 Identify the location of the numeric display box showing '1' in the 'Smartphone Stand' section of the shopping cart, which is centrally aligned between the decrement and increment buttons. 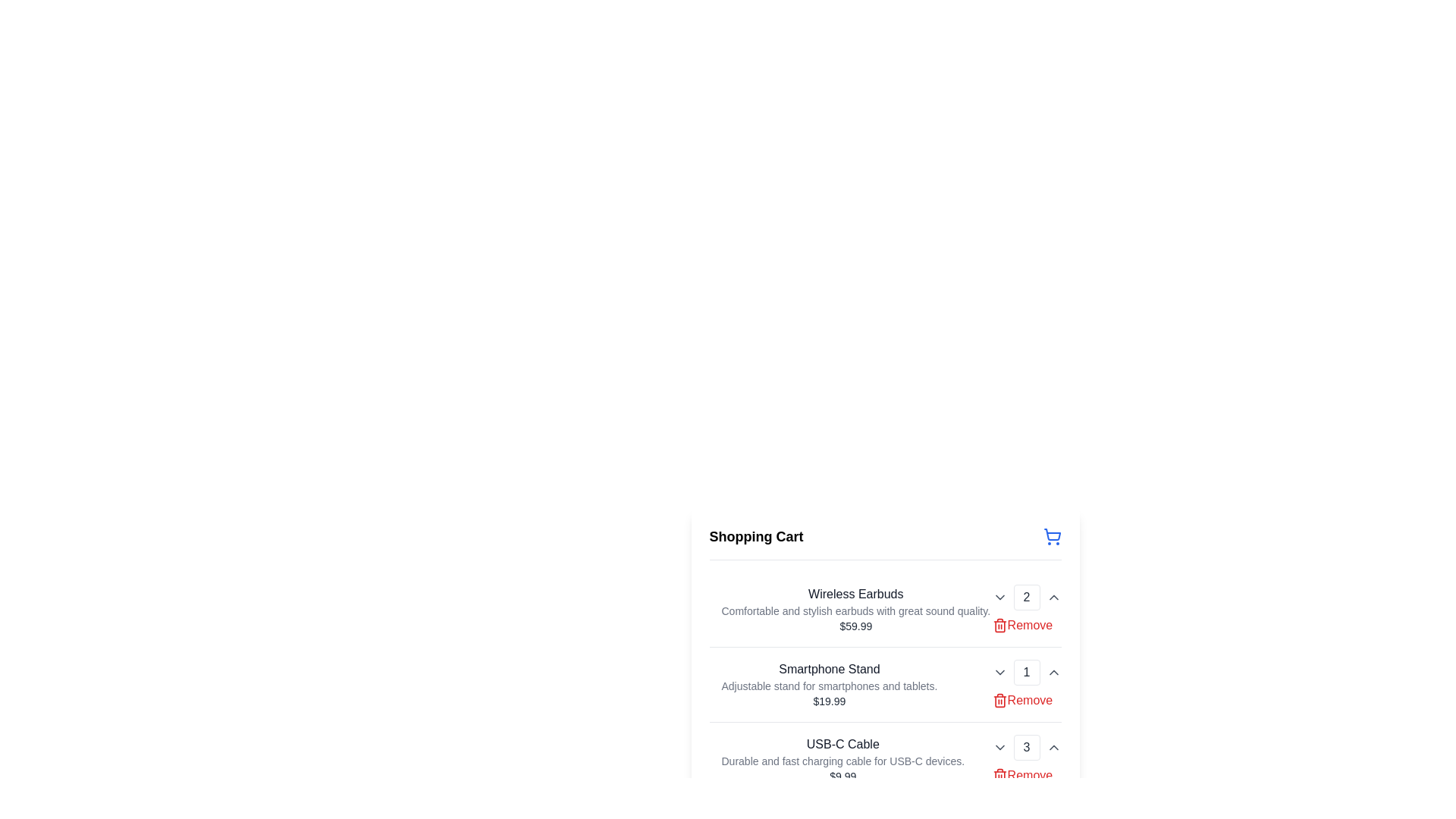
(1026, 672).